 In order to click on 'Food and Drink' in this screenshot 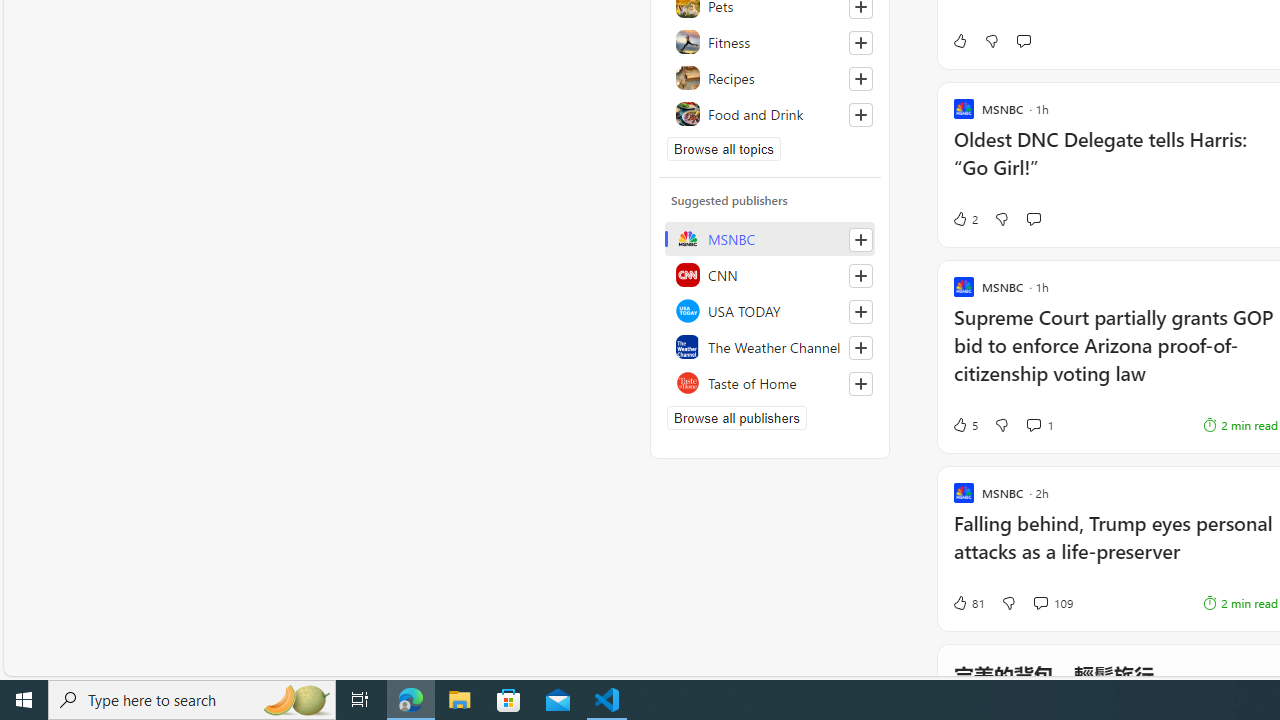, I will do `click(769, 114)`.